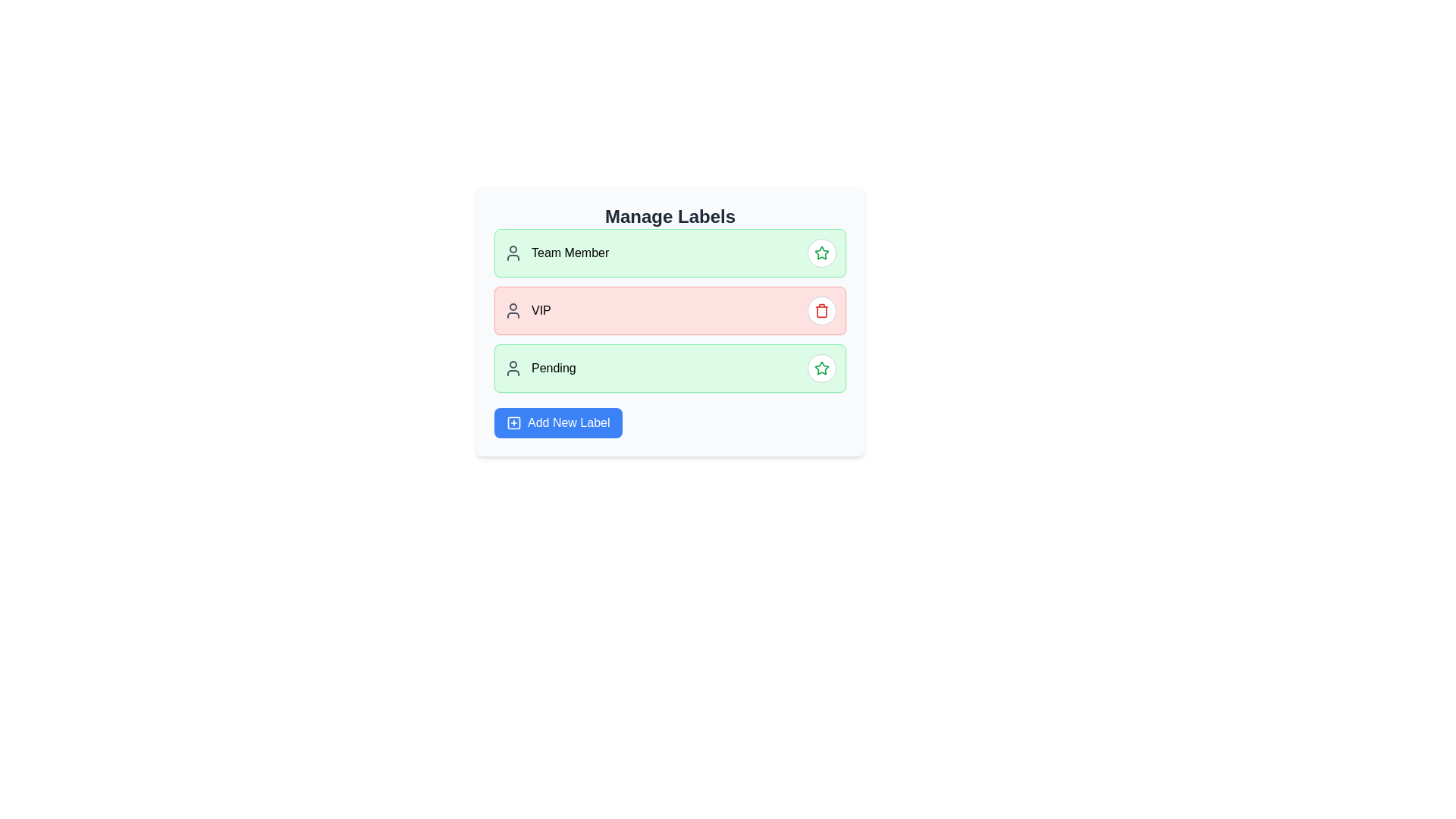  I want to click on the user silhouette icon located within the red-highlighted VIP section, which is the first item in a horizontal grouping followed by the text 'VIP', so click(513, 309).